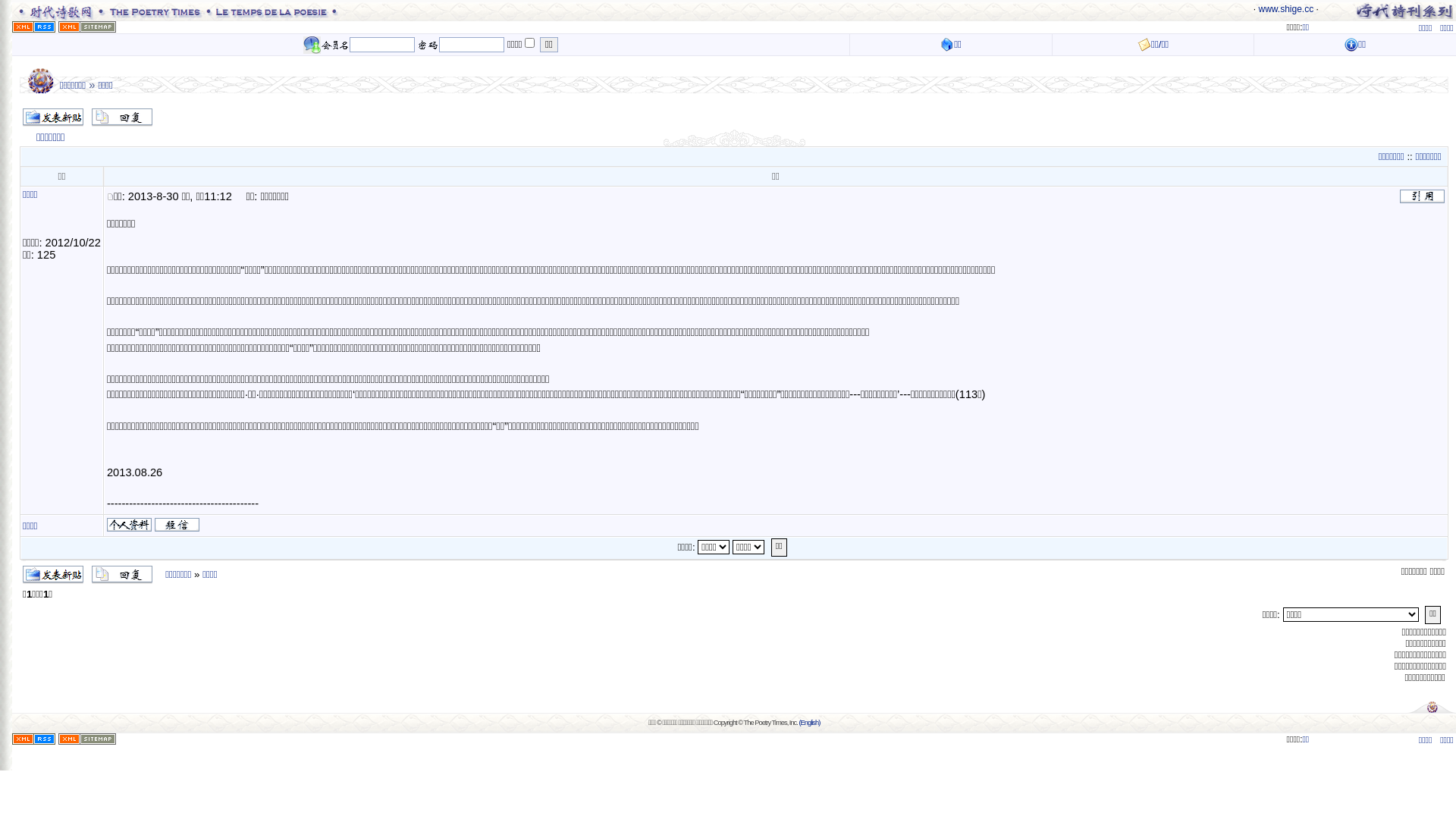 The height and width of the screenshot is (819, 1456). Describe the element at coordinates (1285, 8) in the screenshot. I see `'www.shige.cc'` at that location.